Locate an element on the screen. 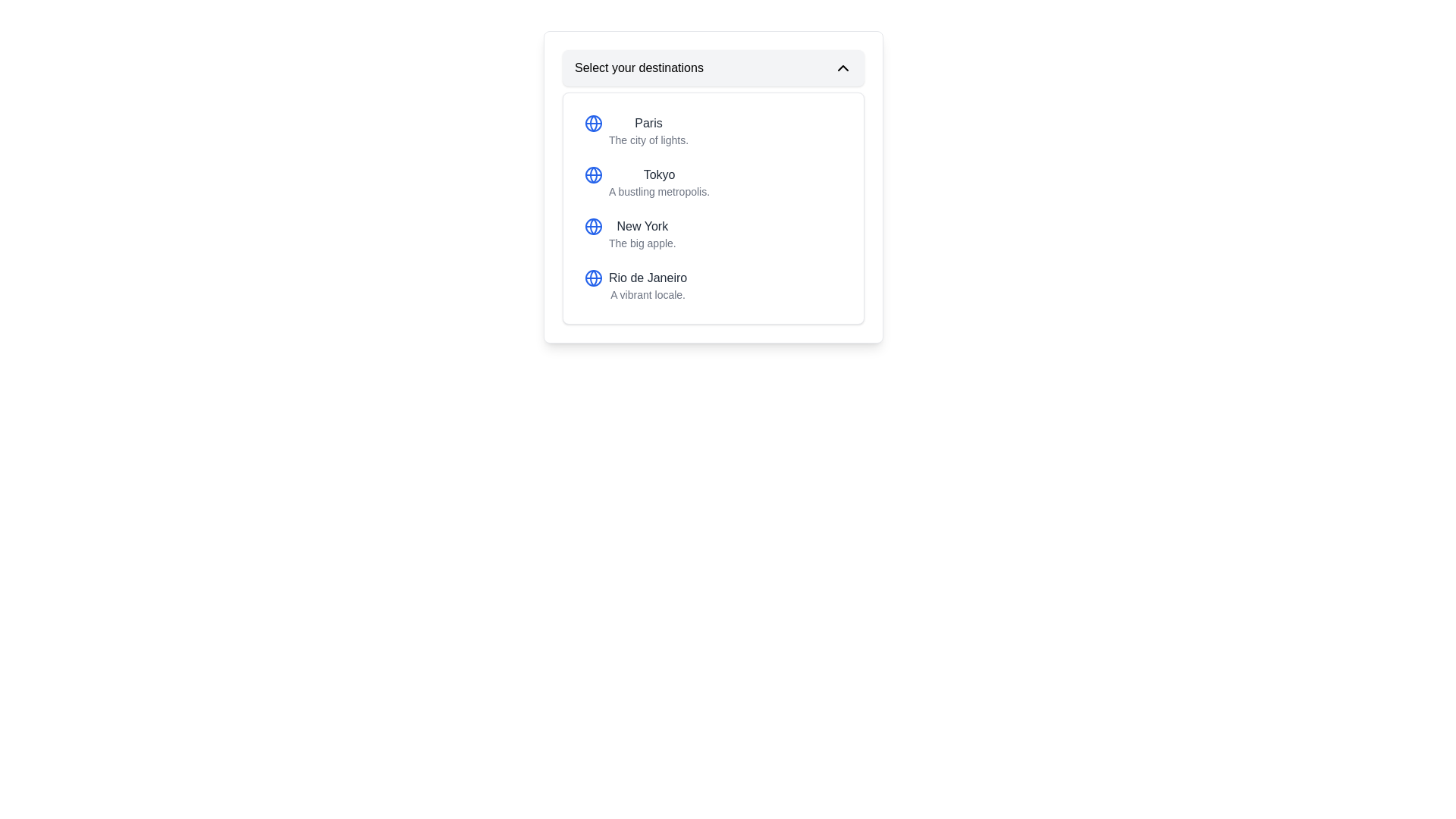 The image size is (1456, 819). the blue circular SVG element that is part of the globe icon for 'New York' by clicking on its center is located at coordinates (592, 227).